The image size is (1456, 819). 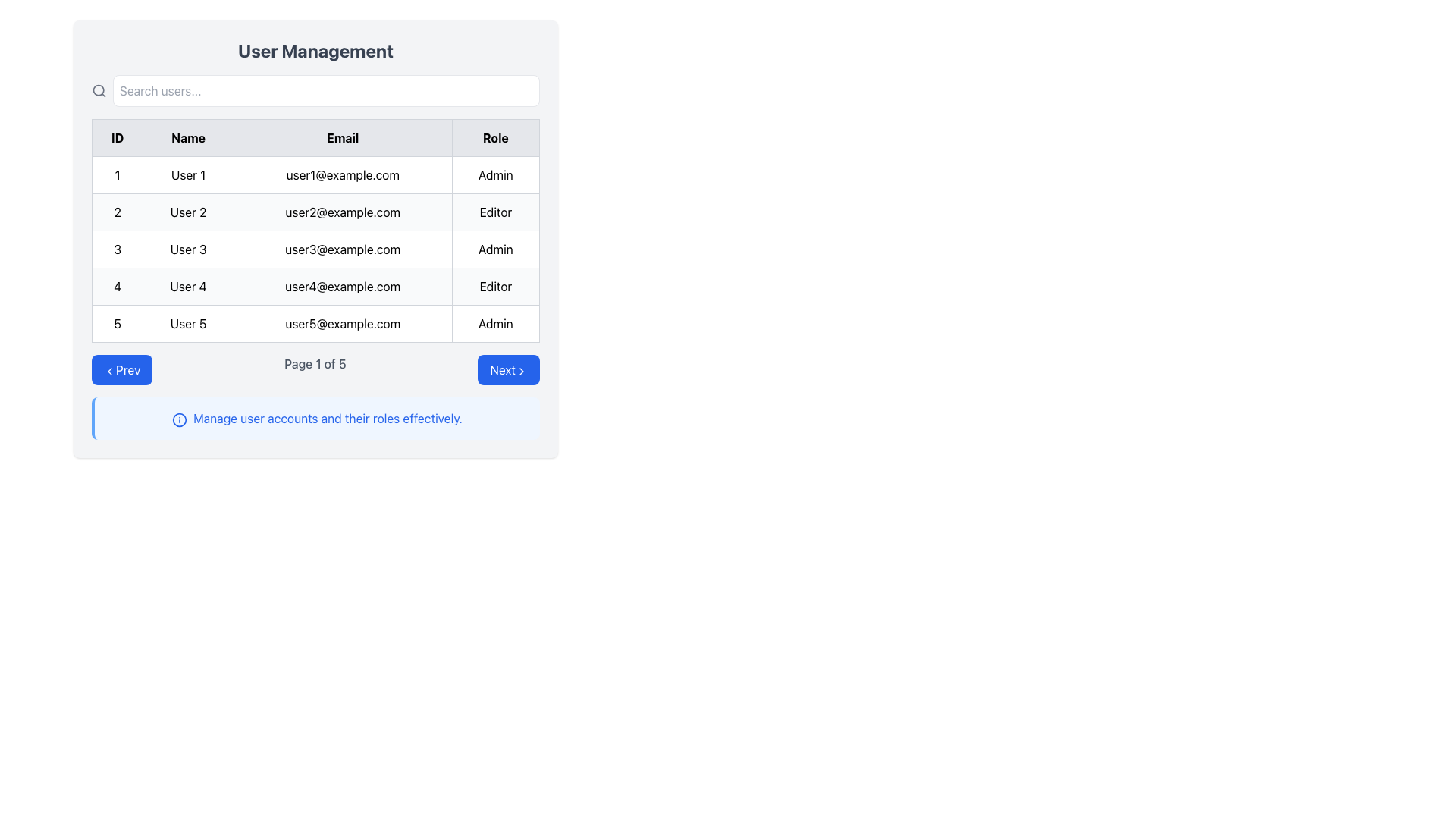 I want to click on the static text cell labeled 'Editor' in the fourth row, last column of the data table, which is surrounded by a thin gray border and has a light gray background, so click(x=495, y=287).